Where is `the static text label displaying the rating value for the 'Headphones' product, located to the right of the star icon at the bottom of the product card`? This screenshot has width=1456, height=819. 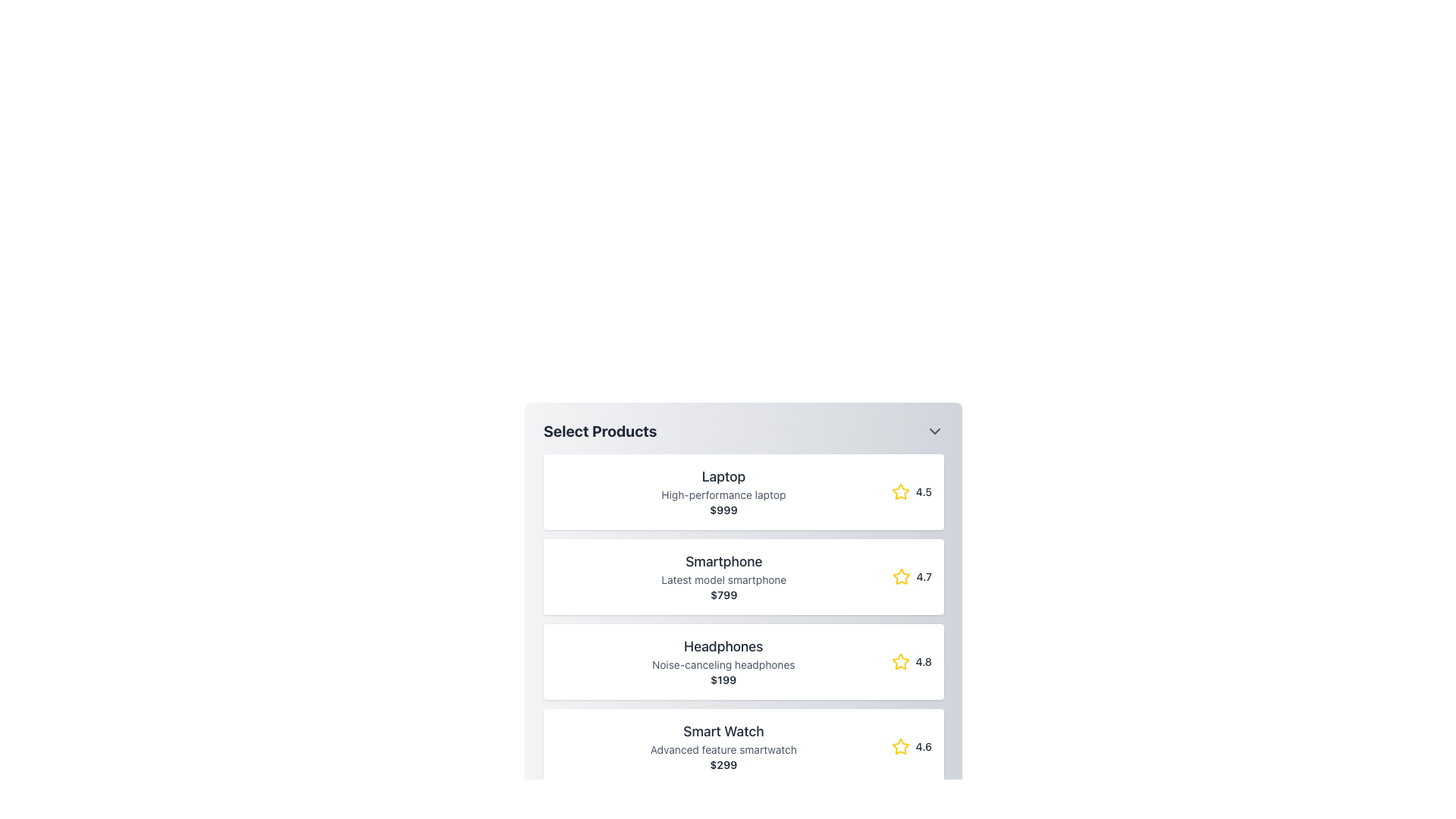
the static text label displaying the rating value for the 'Headphones' product, located to the right of the star icon at the bottom of the product card is located at coordinates (923, 661).